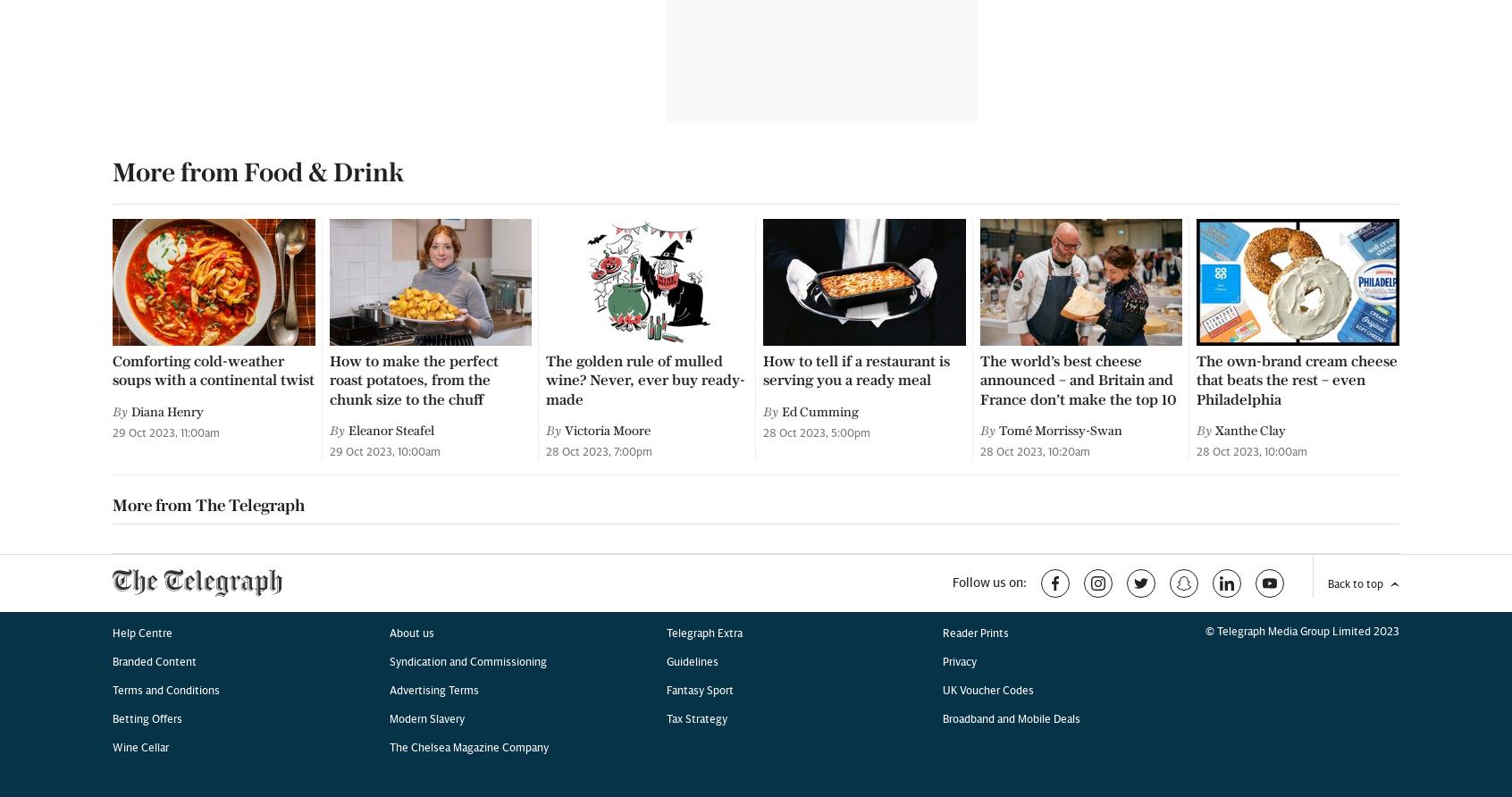 The height and width of the screenshot is (797, 1512). Describe the element at coordinates (988, 100) in the screenshot. I see `'UK Voucher Codes'` at that location.